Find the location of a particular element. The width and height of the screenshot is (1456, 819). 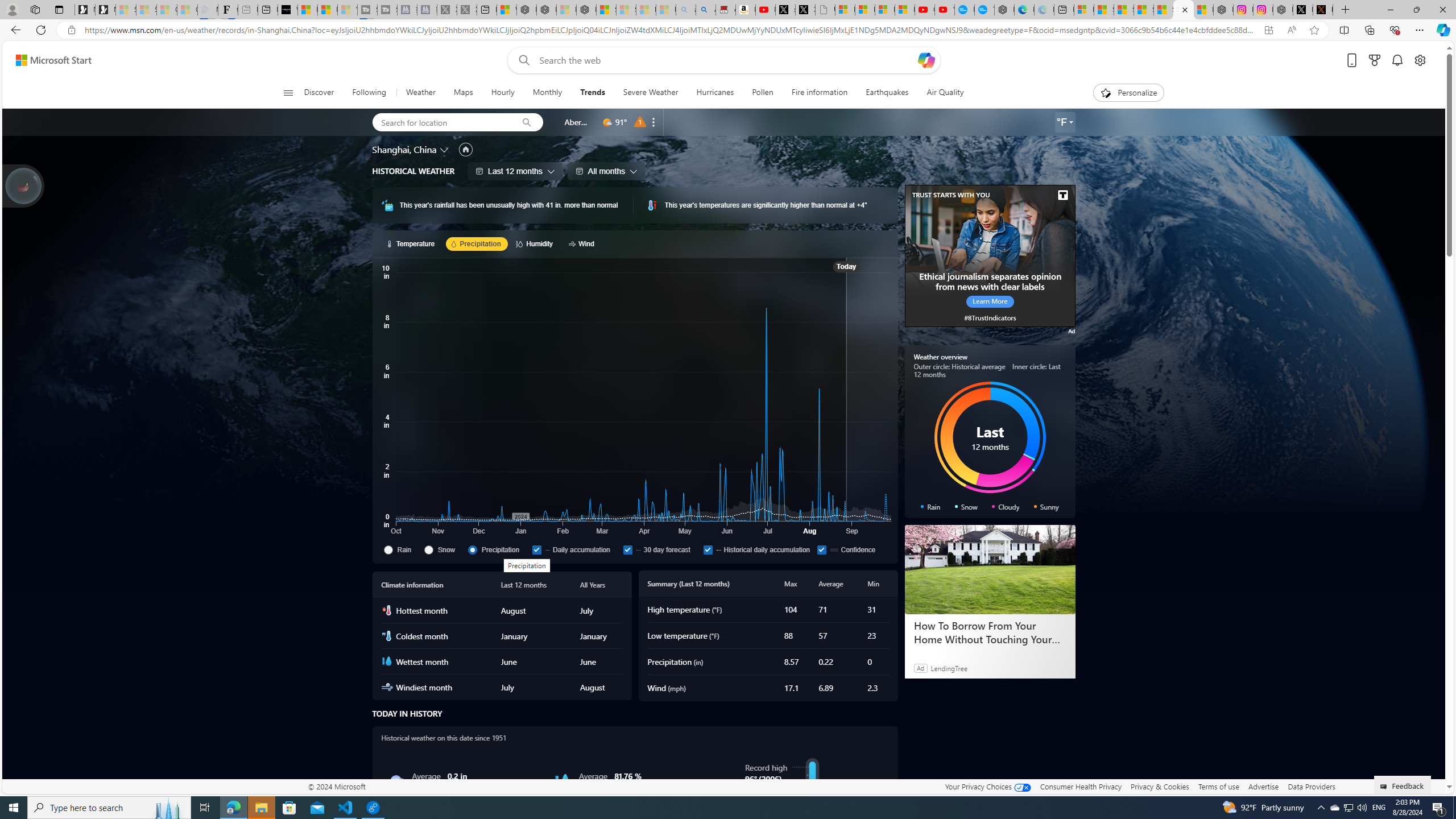

'Severe Weather' is located at coordinates (651, 92).